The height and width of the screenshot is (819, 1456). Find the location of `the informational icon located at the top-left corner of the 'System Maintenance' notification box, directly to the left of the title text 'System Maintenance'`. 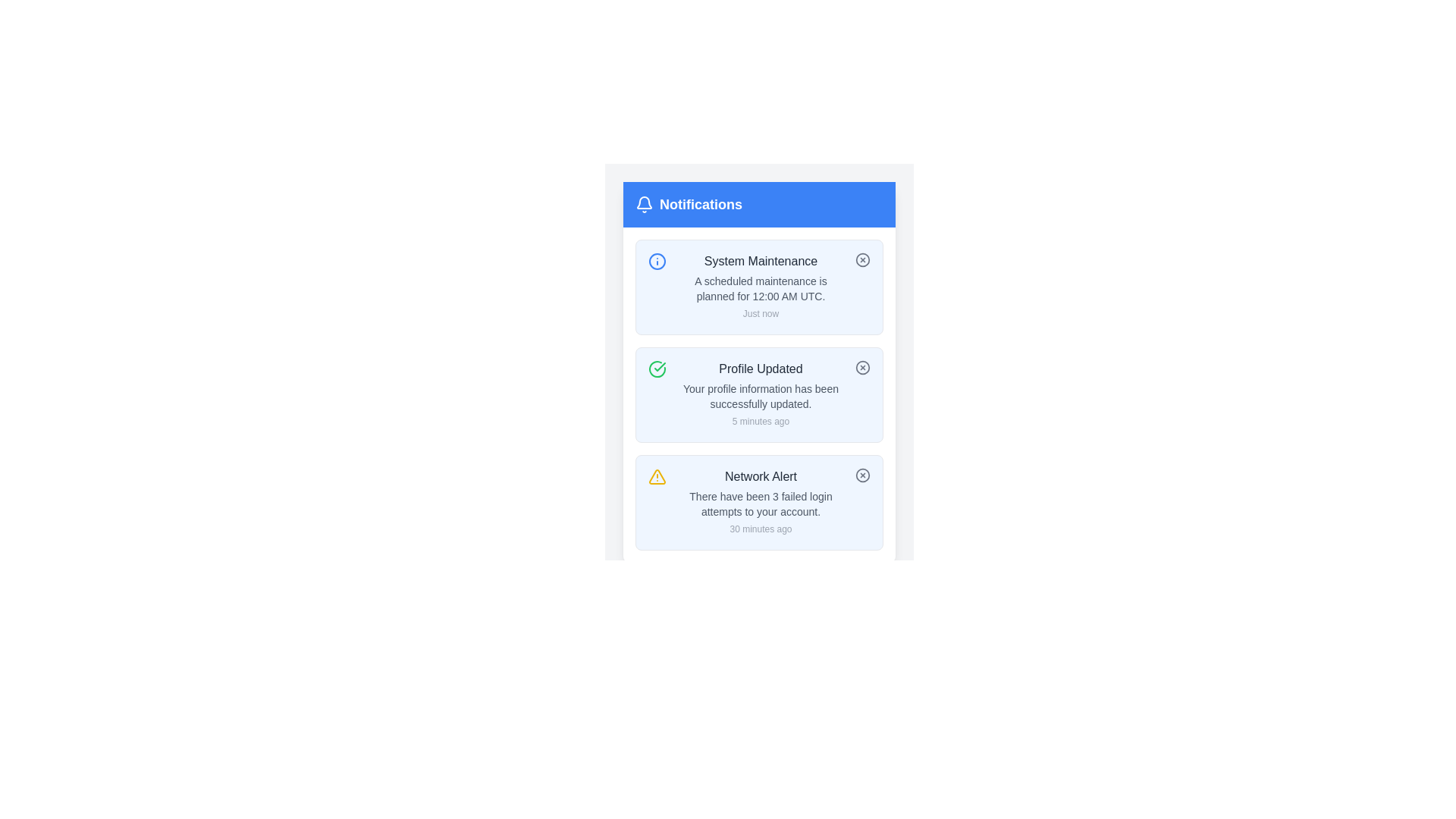

the informational icon located at the top-left corner of the 'System Maintenance' notification box, directly to the left of the title text 'System Maintenance' is located at coordinates (657, 260).